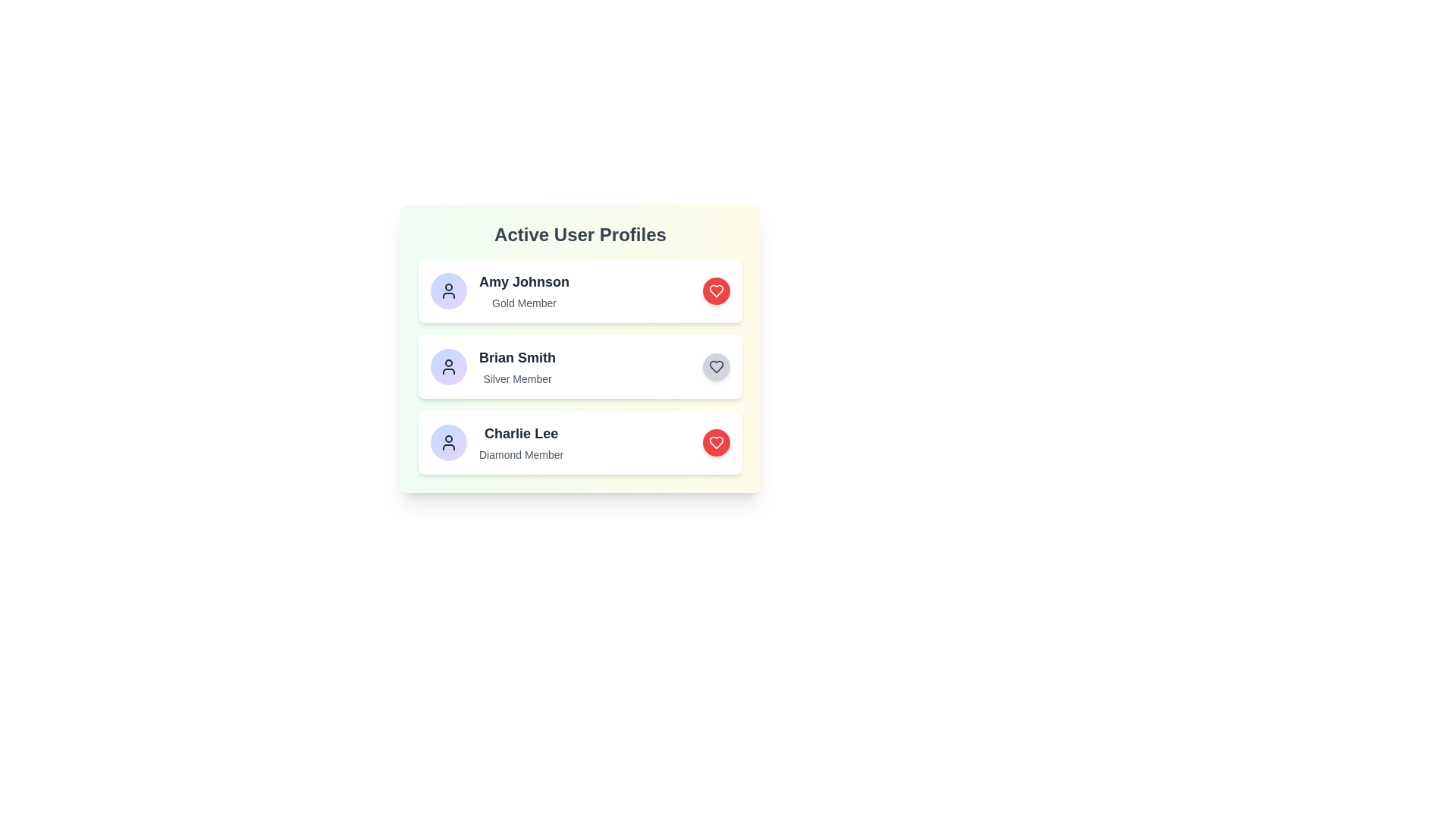 The image size is (1456, 819). What do you see at coordinates (447, 366) in the screenshot?
I see `the user profile avatar icon representing 'Brian Smith'` at bounding box center [447, 366].